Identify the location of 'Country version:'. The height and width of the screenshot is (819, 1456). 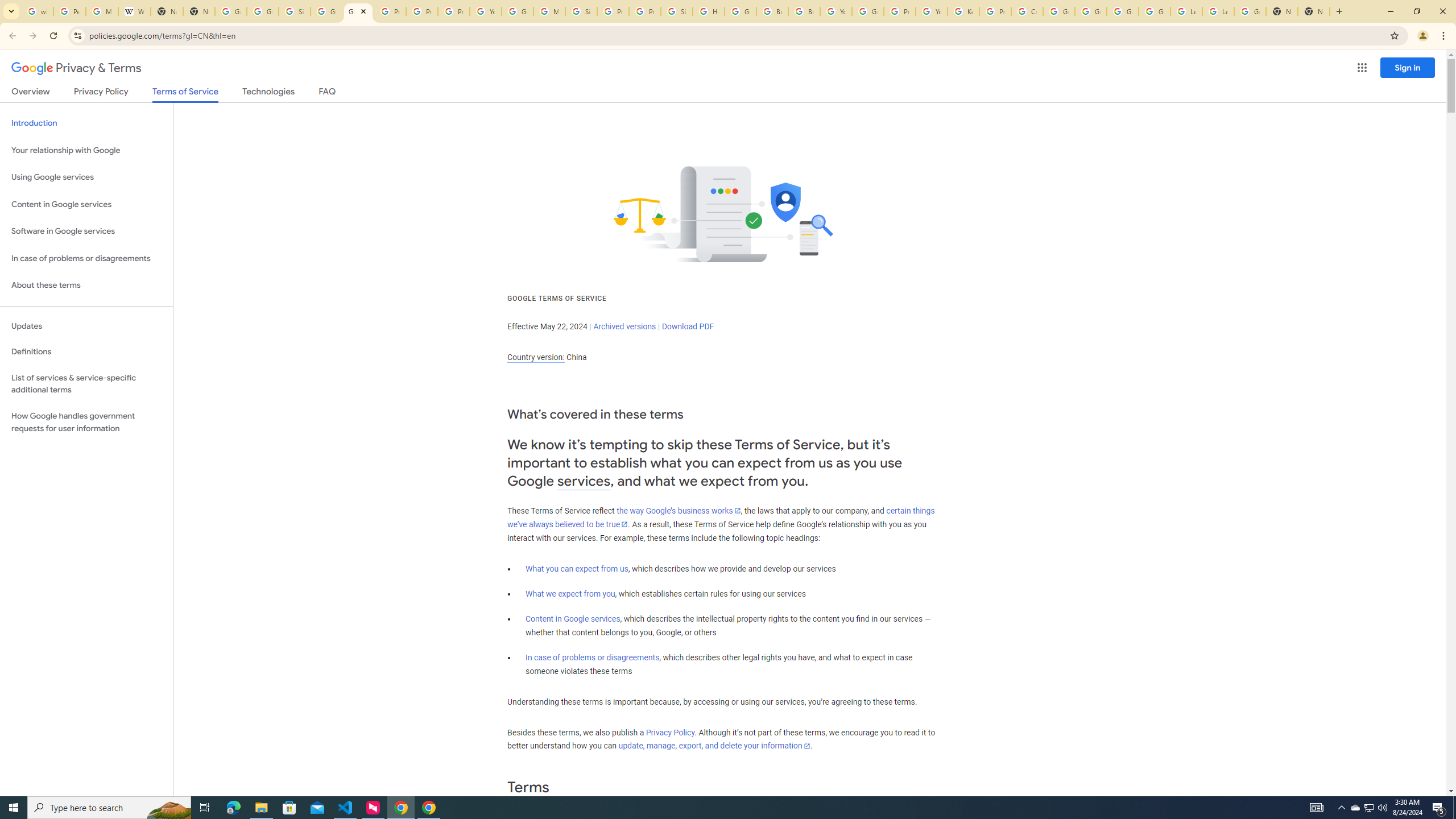
(535, 357).